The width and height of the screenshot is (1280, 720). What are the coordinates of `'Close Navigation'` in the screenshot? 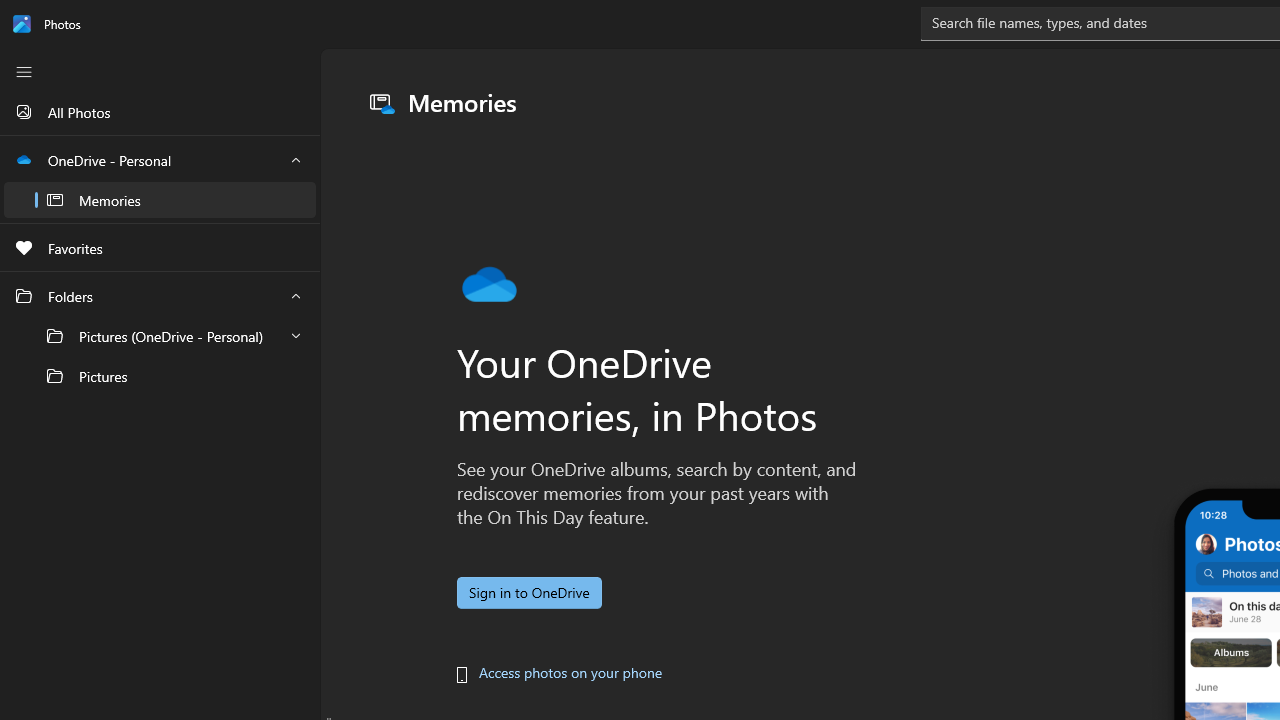 It's located at (23, 71).